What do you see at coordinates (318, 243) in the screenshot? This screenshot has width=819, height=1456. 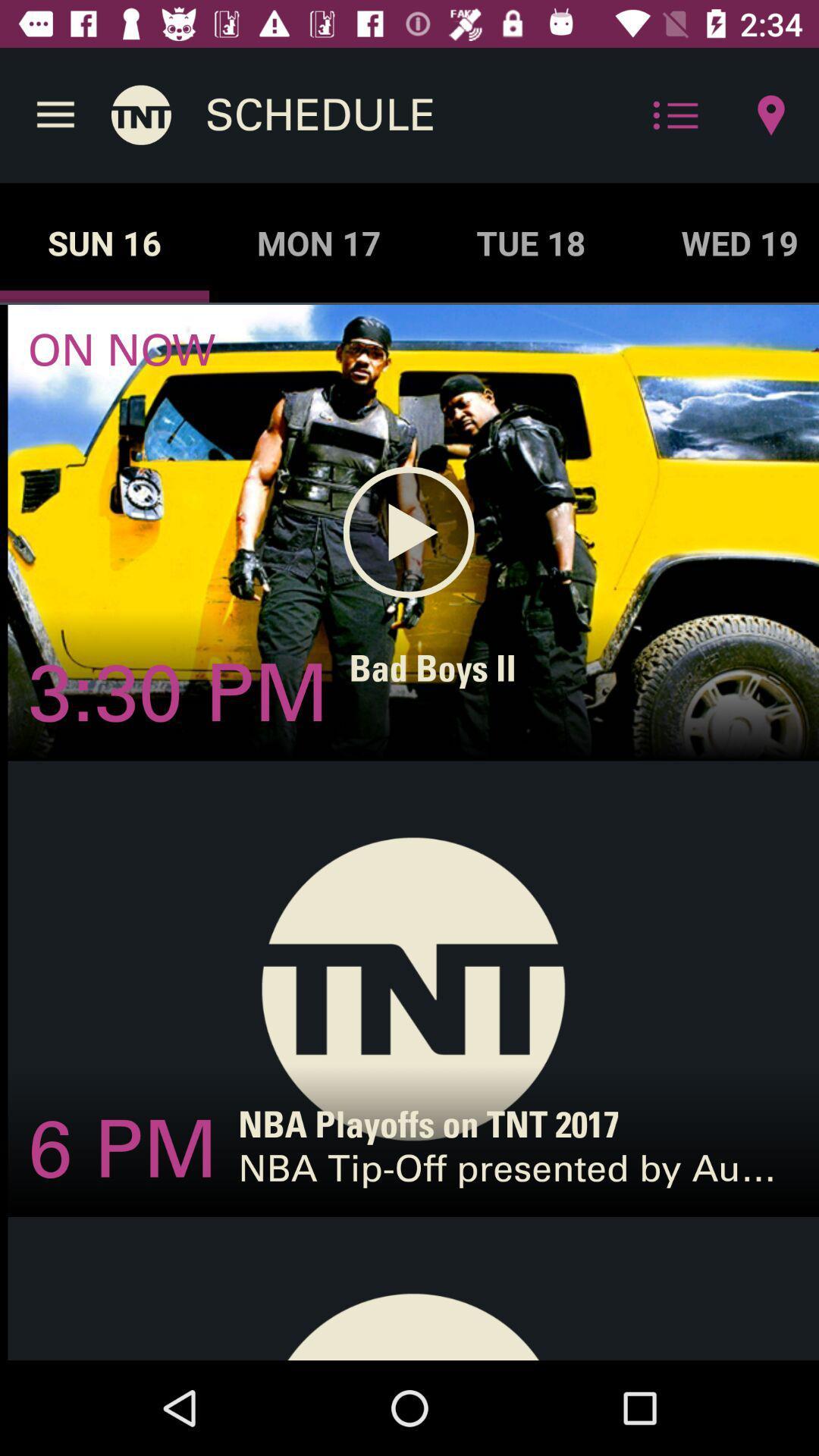 I see `mon 17 icon` at bounding box center [318, 243].